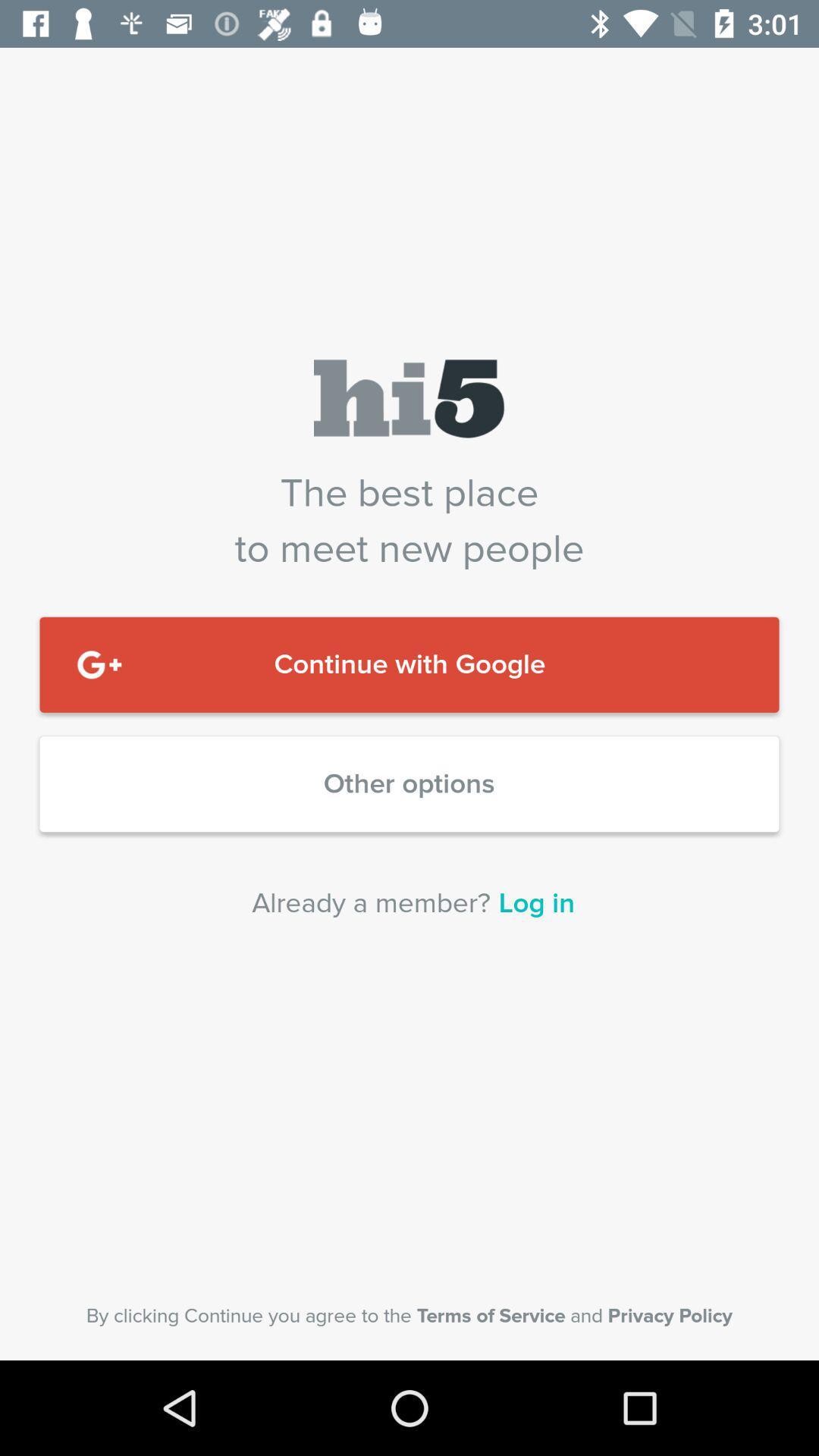 This screenshot has height=1456, width=819. Describe the element at coordinates (409, 1315) in the screenshot. I see `by clicking continue icon` at that location.